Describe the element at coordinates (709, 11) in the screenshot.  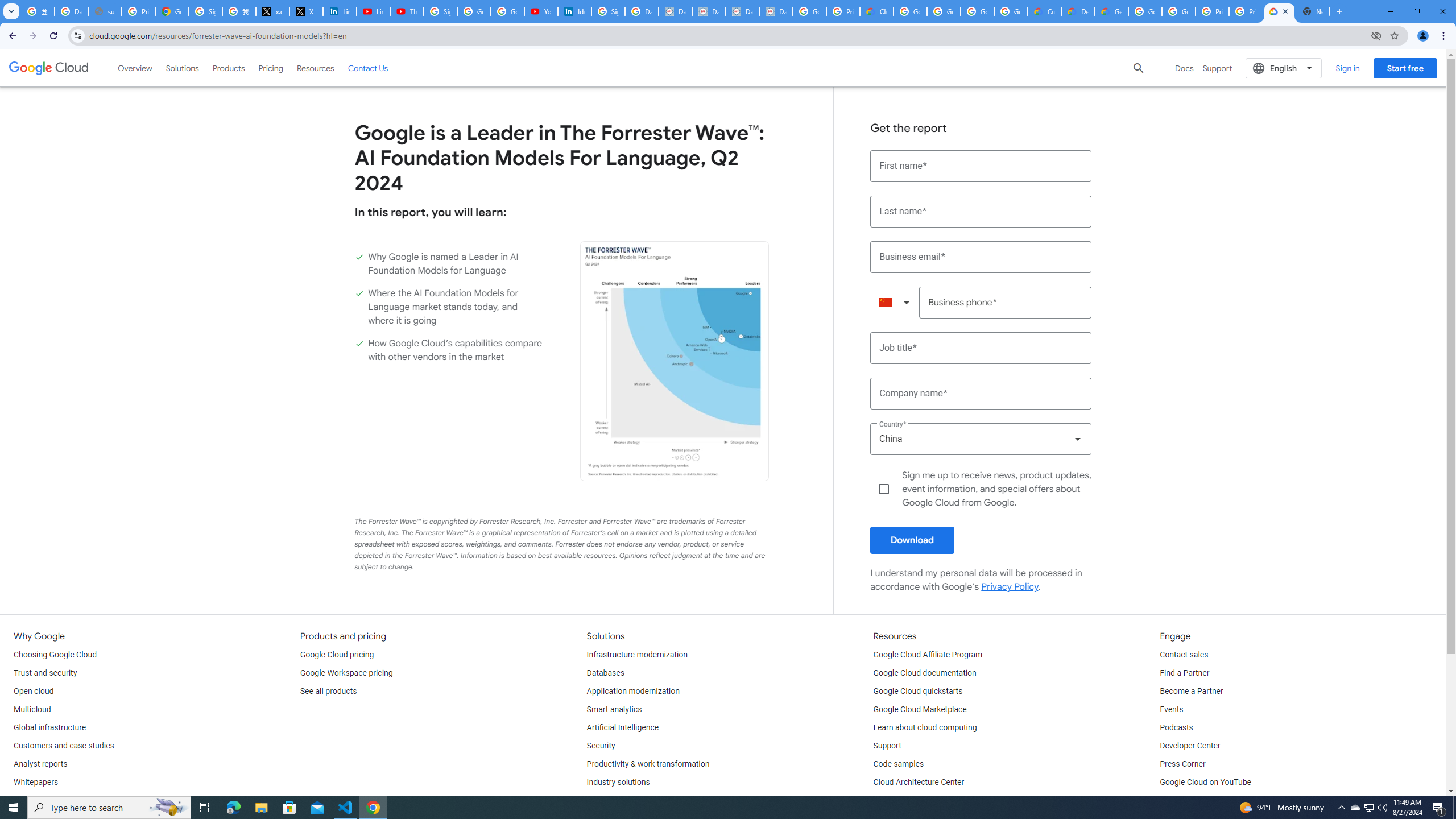
I see `'Data Privacy Framework'` at that location.